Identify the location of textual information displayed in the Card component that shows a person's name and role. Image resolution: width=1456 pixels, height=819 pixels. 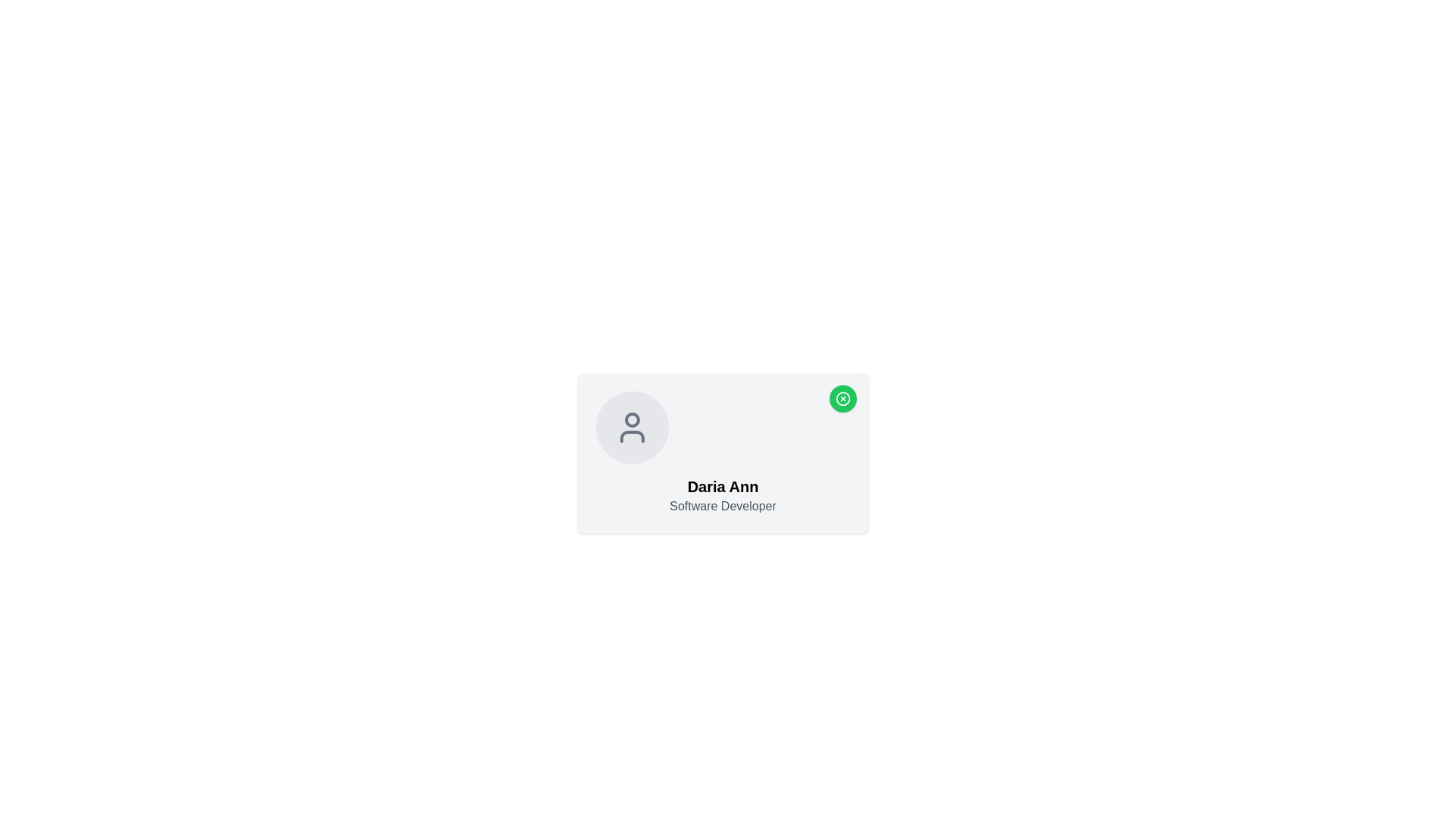
(722, 452).